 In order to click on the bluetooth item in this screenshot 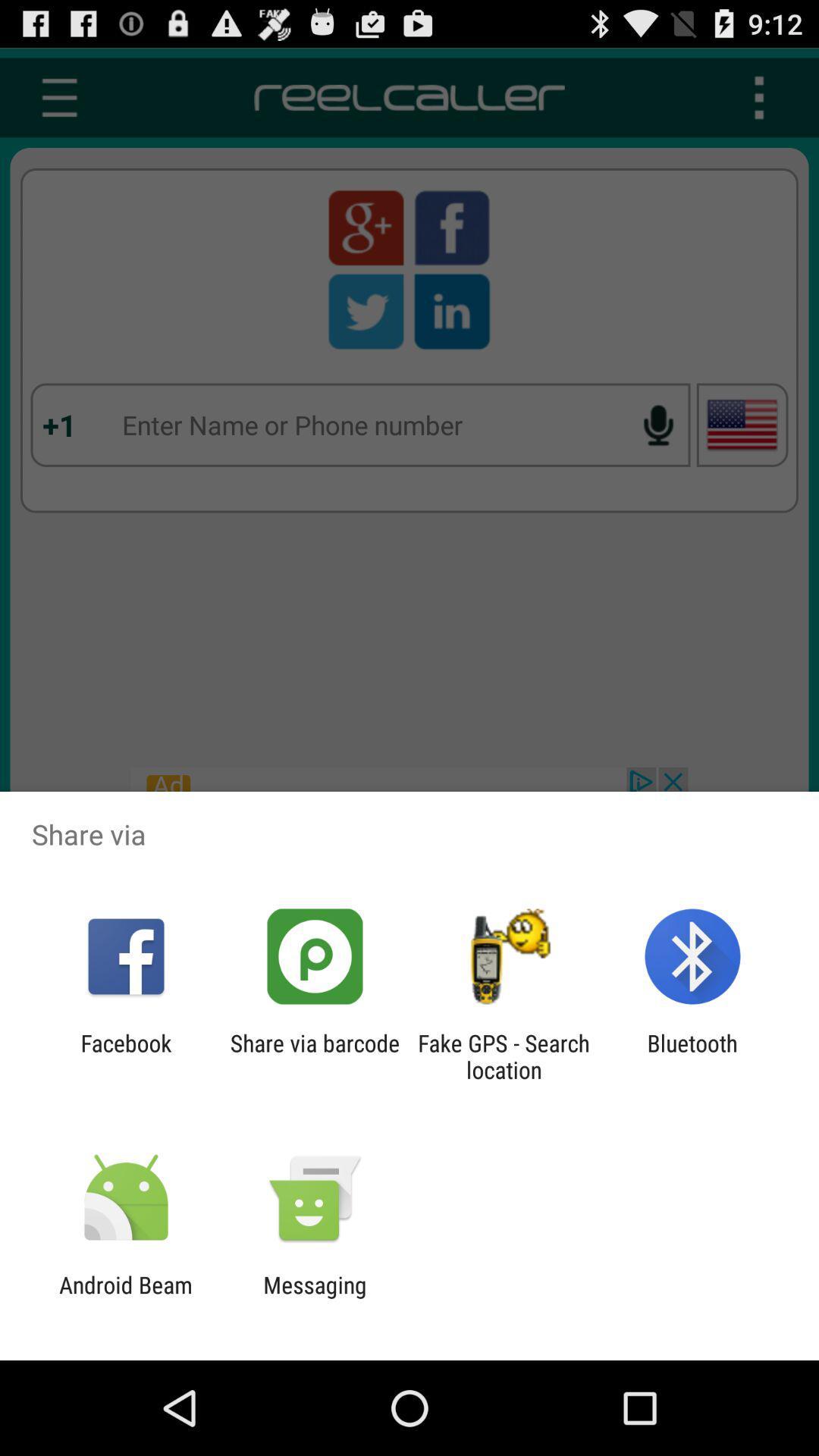, I will do `click(692, 1056)`.